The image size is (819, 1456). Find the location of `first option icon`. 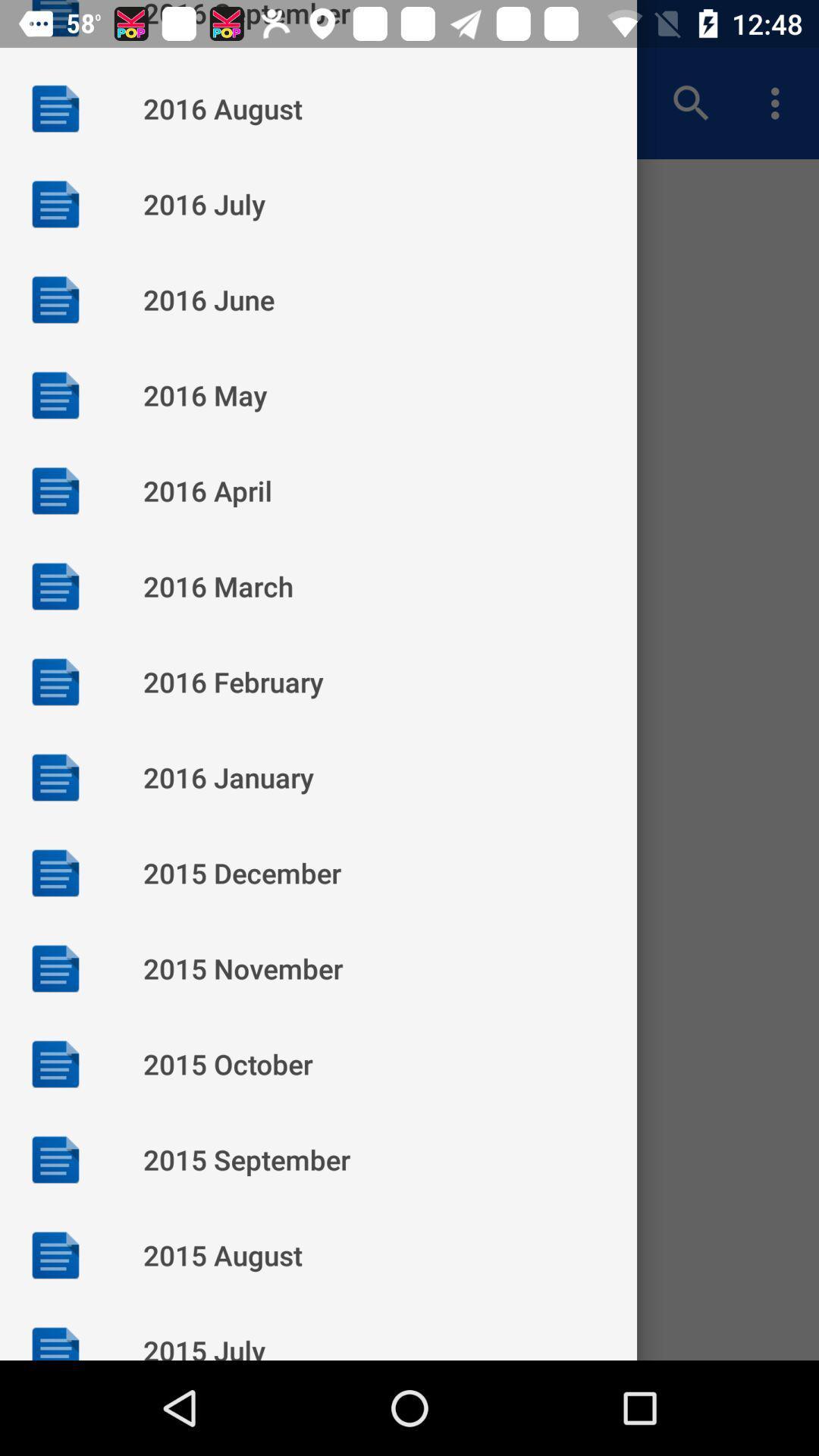

first option icon is located at coordinates (55, 108).